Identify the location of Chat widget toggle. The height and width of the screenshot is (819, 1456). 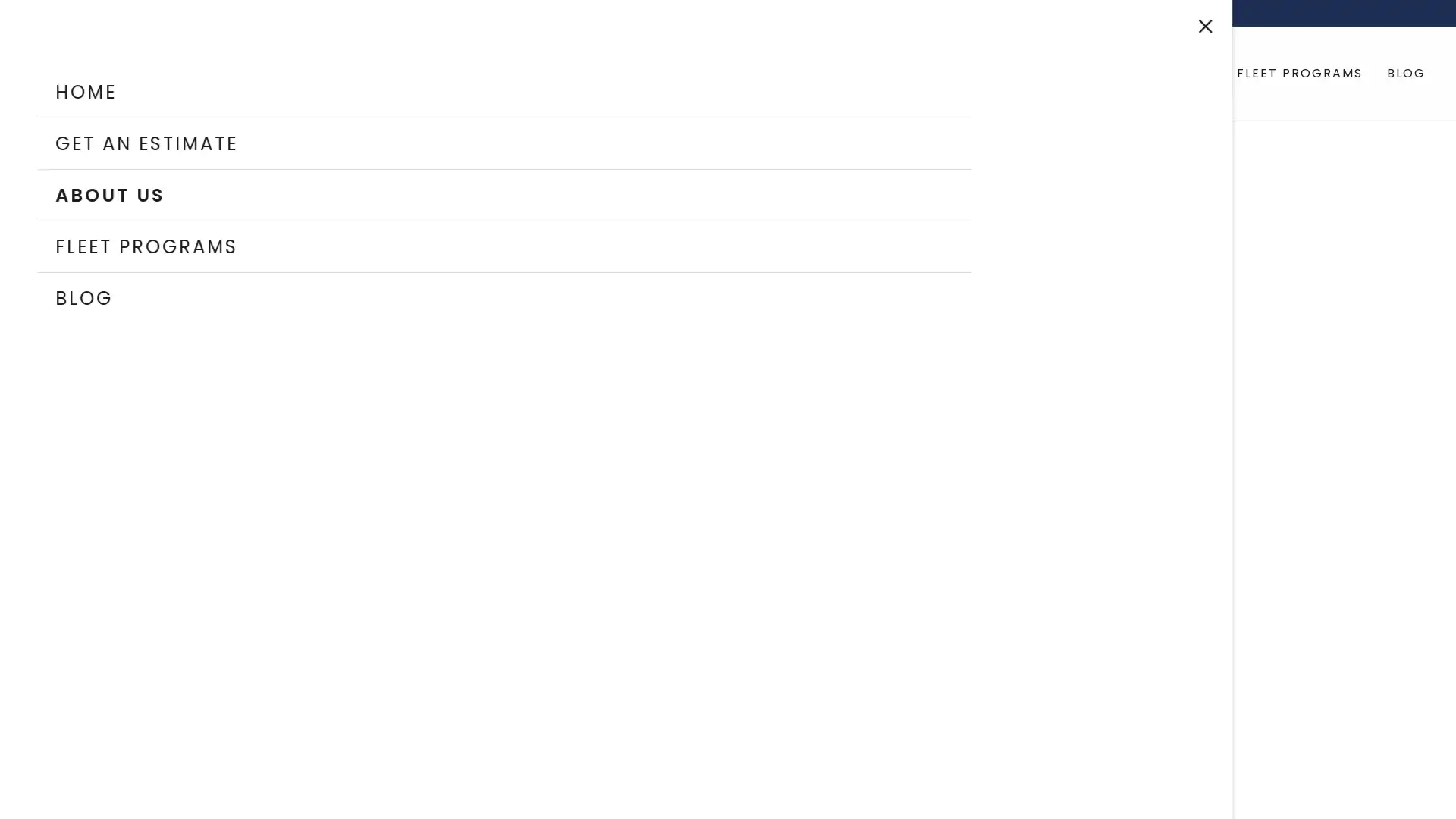
(1416, 780).